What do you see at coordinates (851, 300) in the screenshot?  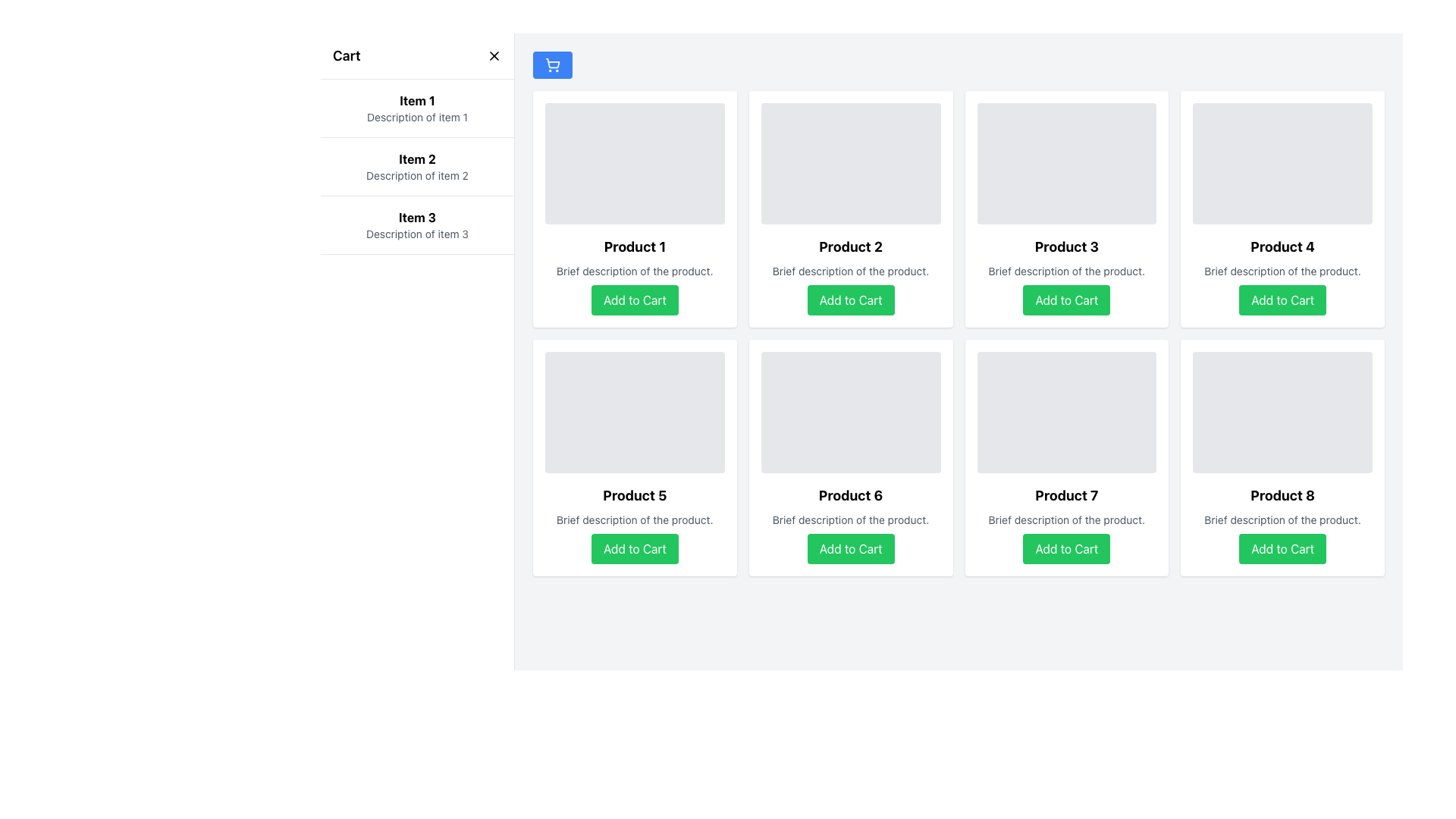 I see `the button located at the bottom of the 'Product 2' card in the top row, second column of the 4x2 grid layout` at bounding box center [851, 300].